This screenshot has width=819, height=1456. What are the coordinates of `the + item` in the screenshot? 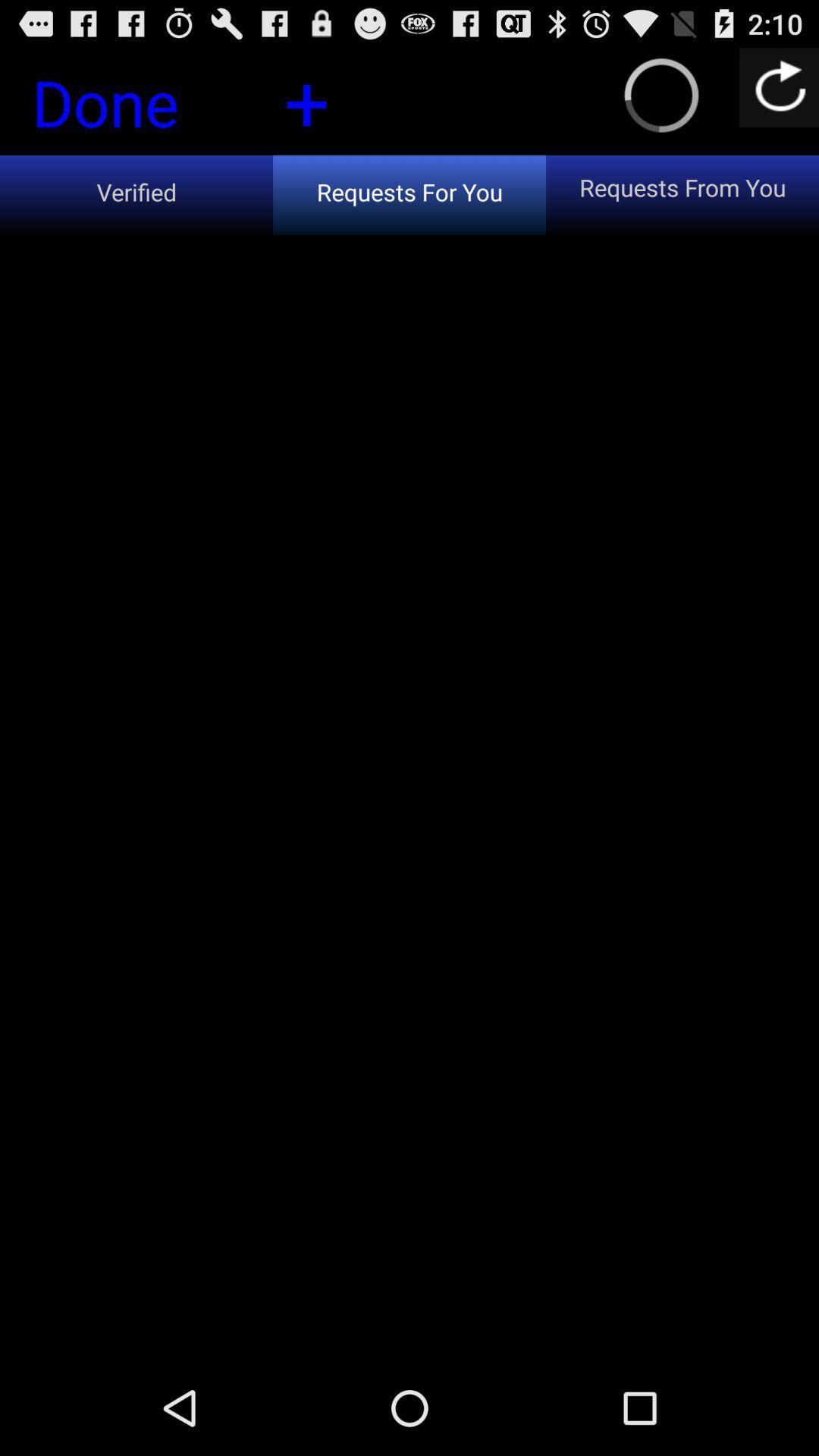 It's located at (306, 99).